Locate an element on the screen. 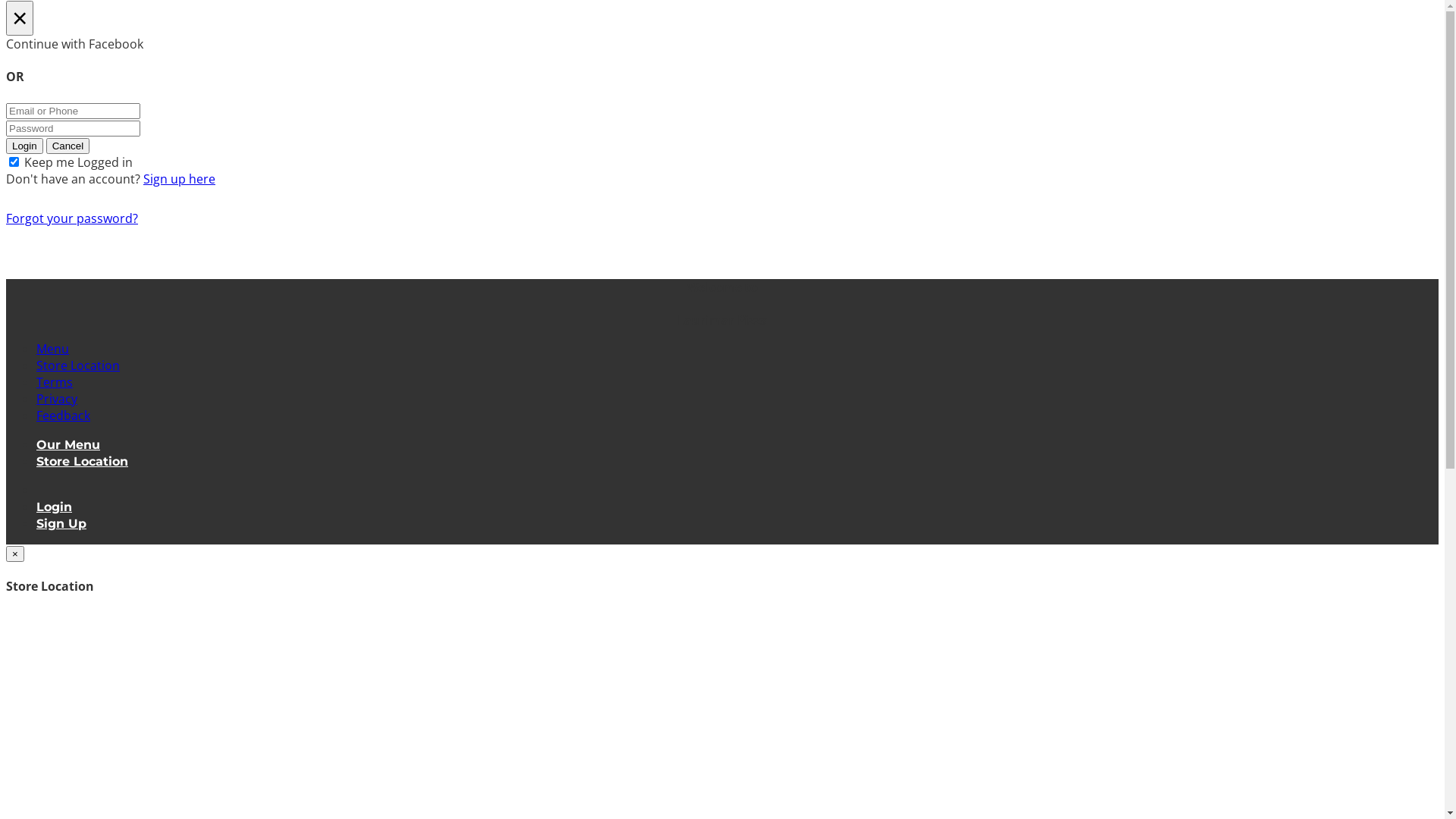 The image size is (1456, 819). 'Feedback' is located at coordinates (62, 415).